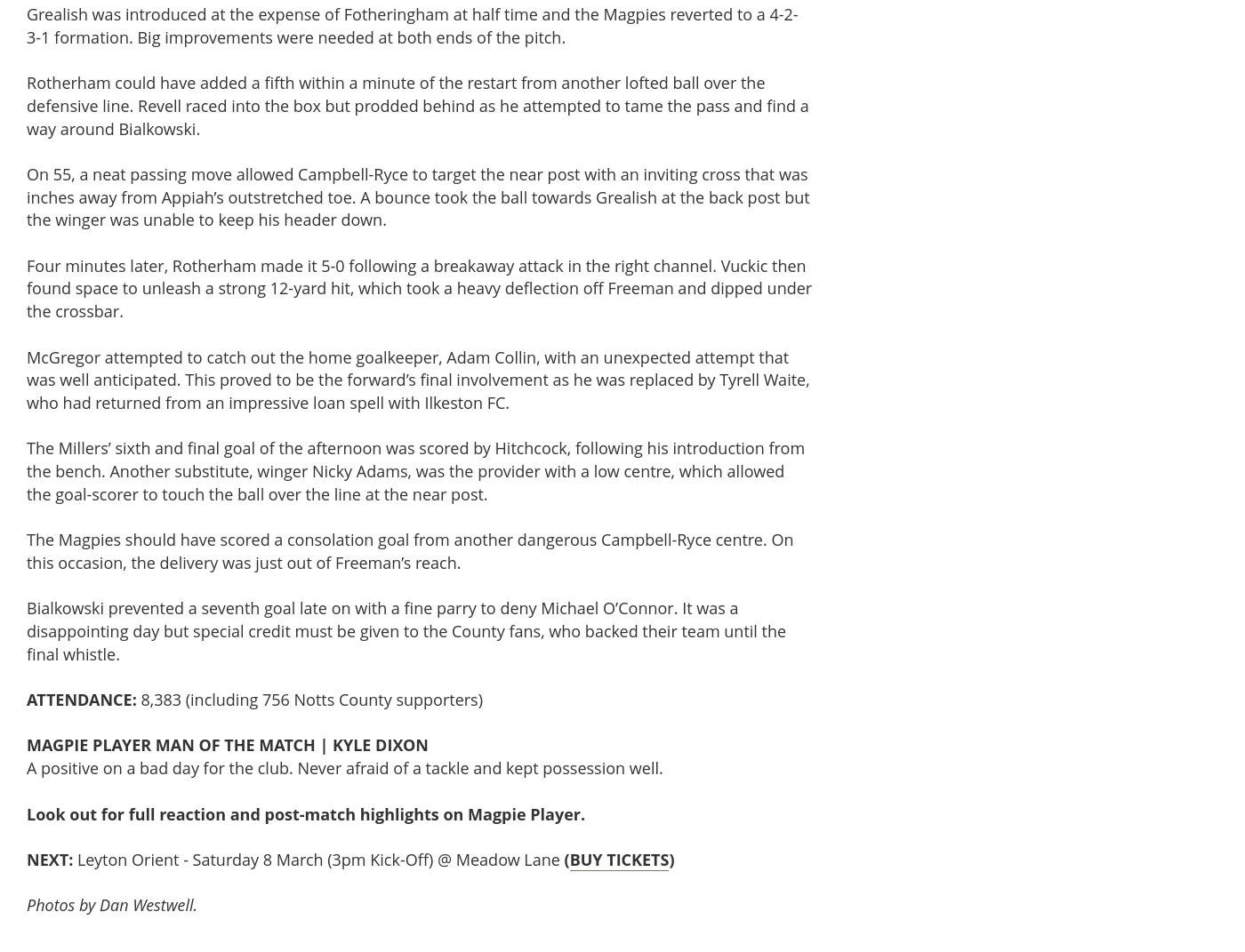 The width and height of the screenshot is (1245, 952). I want to click on ')', so click(671, 859).